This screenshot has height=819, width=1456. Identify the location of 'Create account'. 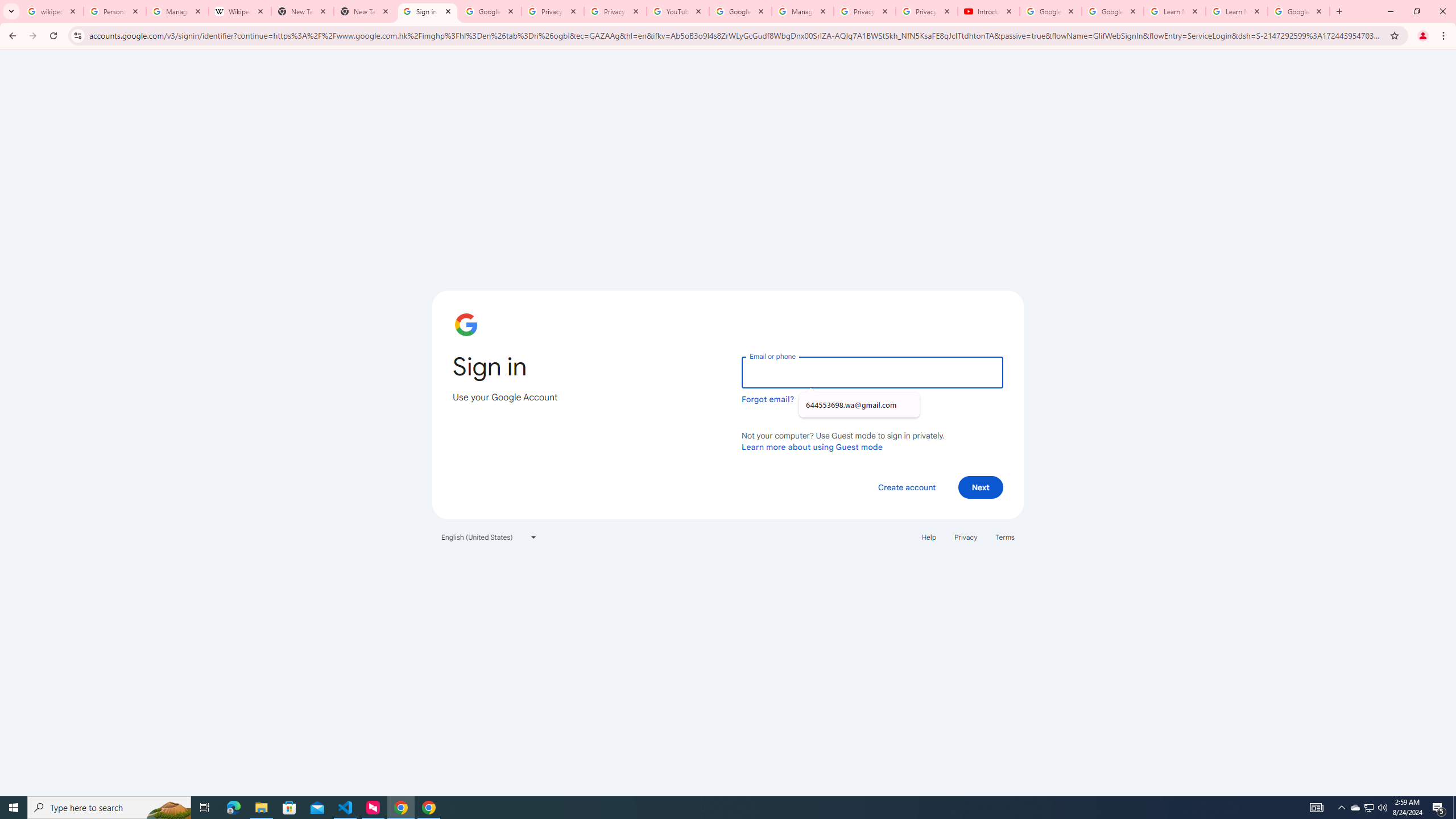
(906, 486).